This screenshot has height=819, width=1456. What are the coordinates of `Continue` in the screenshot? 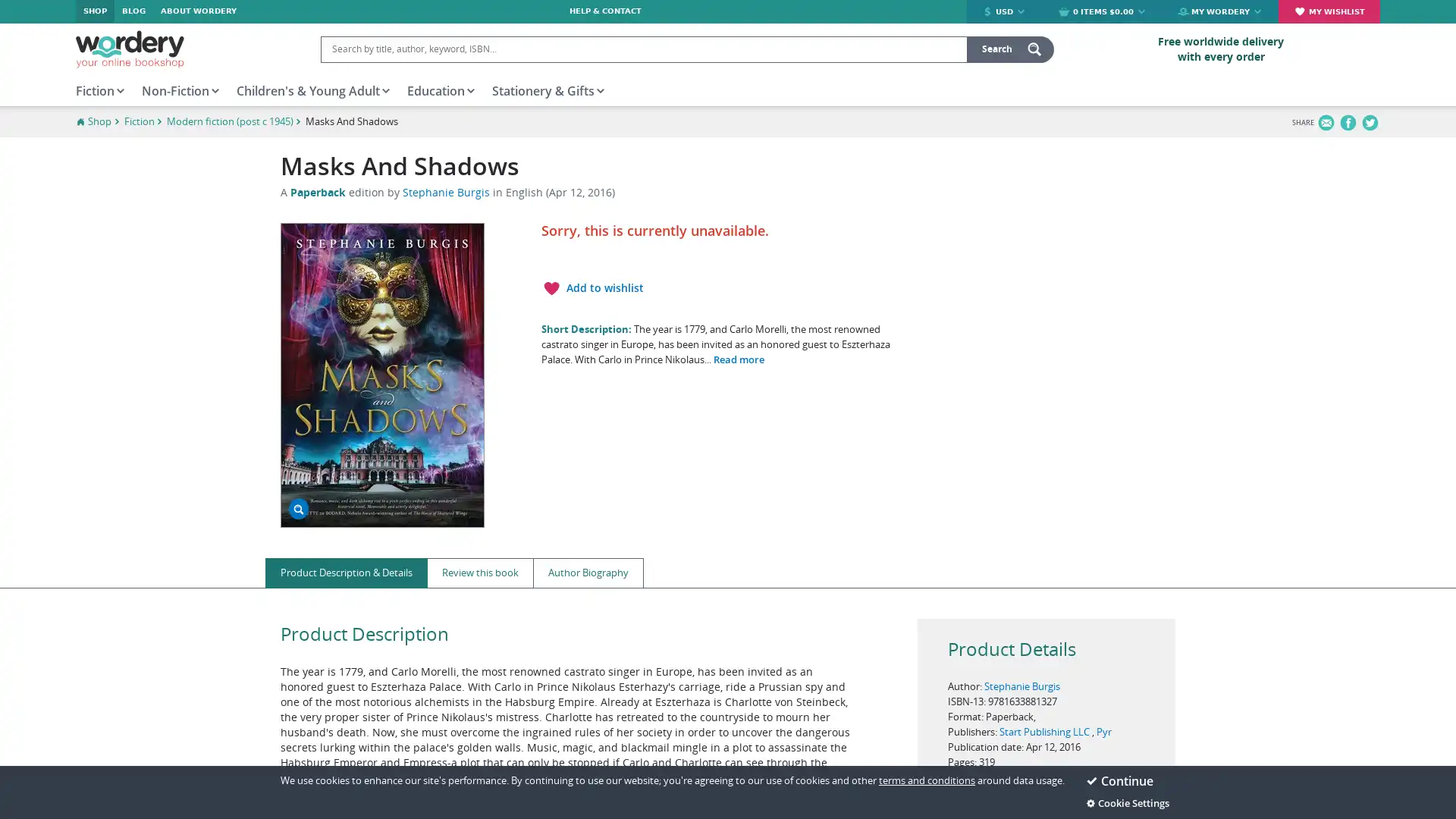 It's located at (1131, 780).